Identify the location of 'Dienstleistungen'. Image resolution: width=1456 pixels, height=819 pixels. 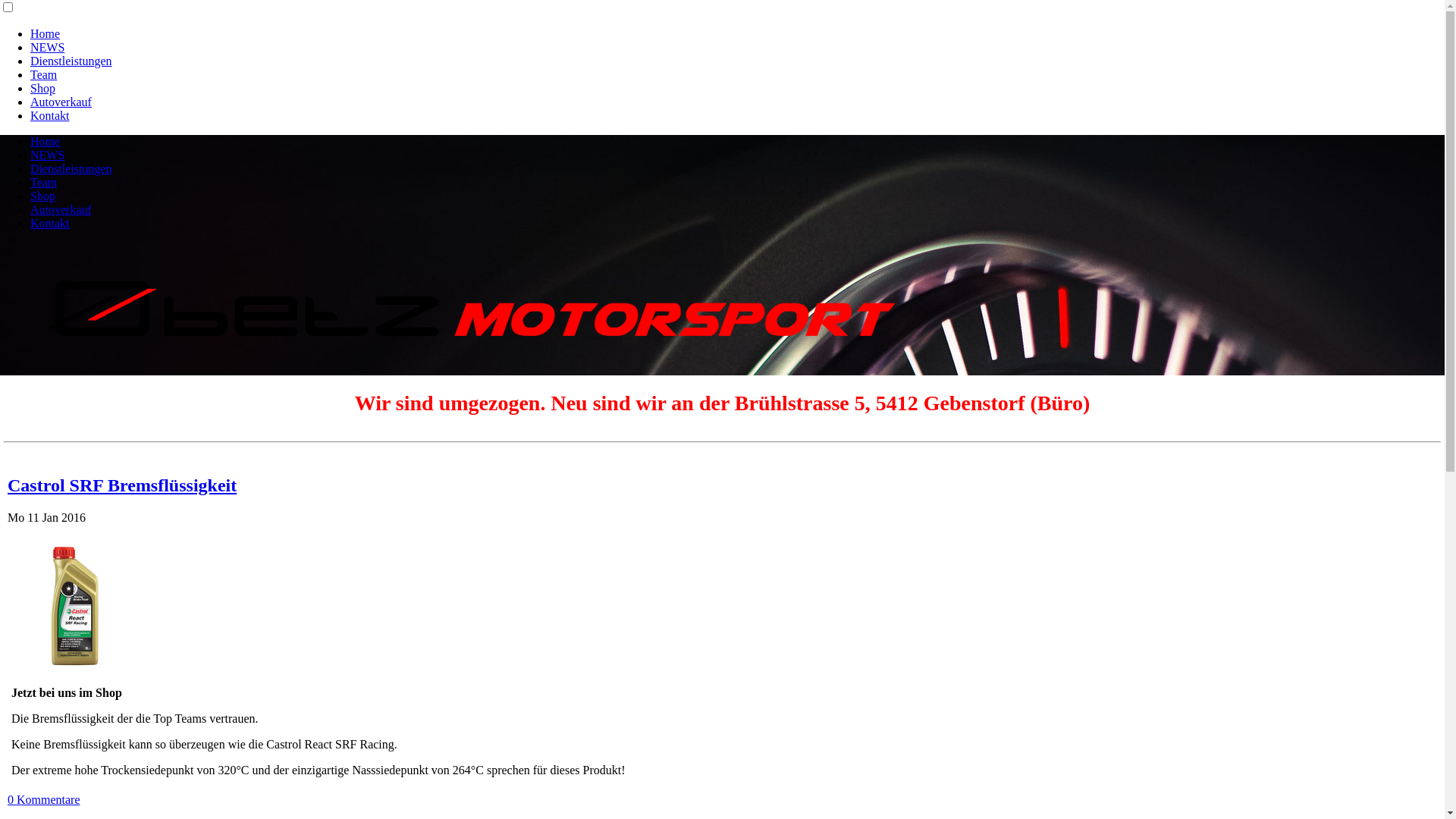
(30, 60).